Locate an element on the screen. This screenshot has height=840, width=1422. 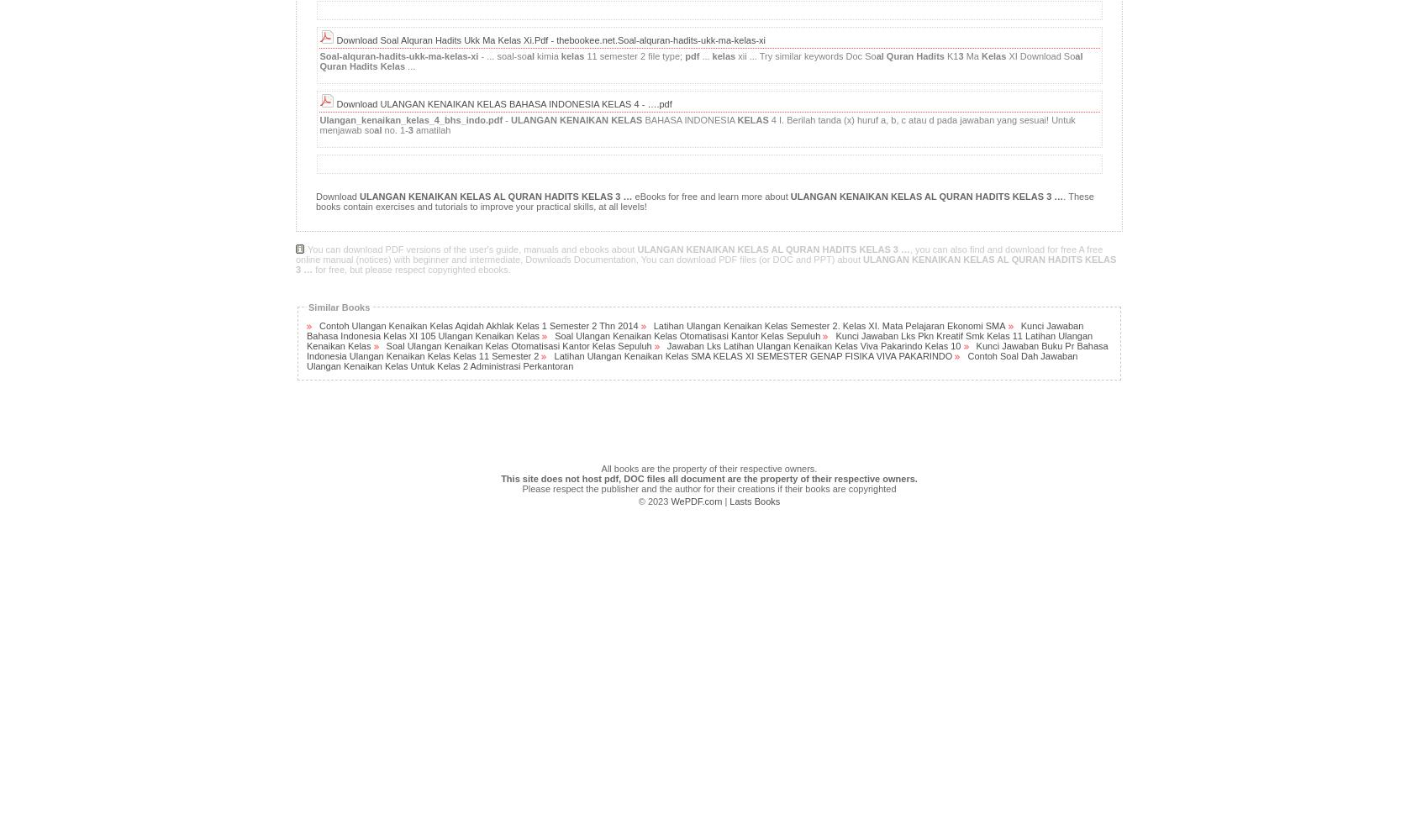
'pdf' is located at coordinates (692, 55).